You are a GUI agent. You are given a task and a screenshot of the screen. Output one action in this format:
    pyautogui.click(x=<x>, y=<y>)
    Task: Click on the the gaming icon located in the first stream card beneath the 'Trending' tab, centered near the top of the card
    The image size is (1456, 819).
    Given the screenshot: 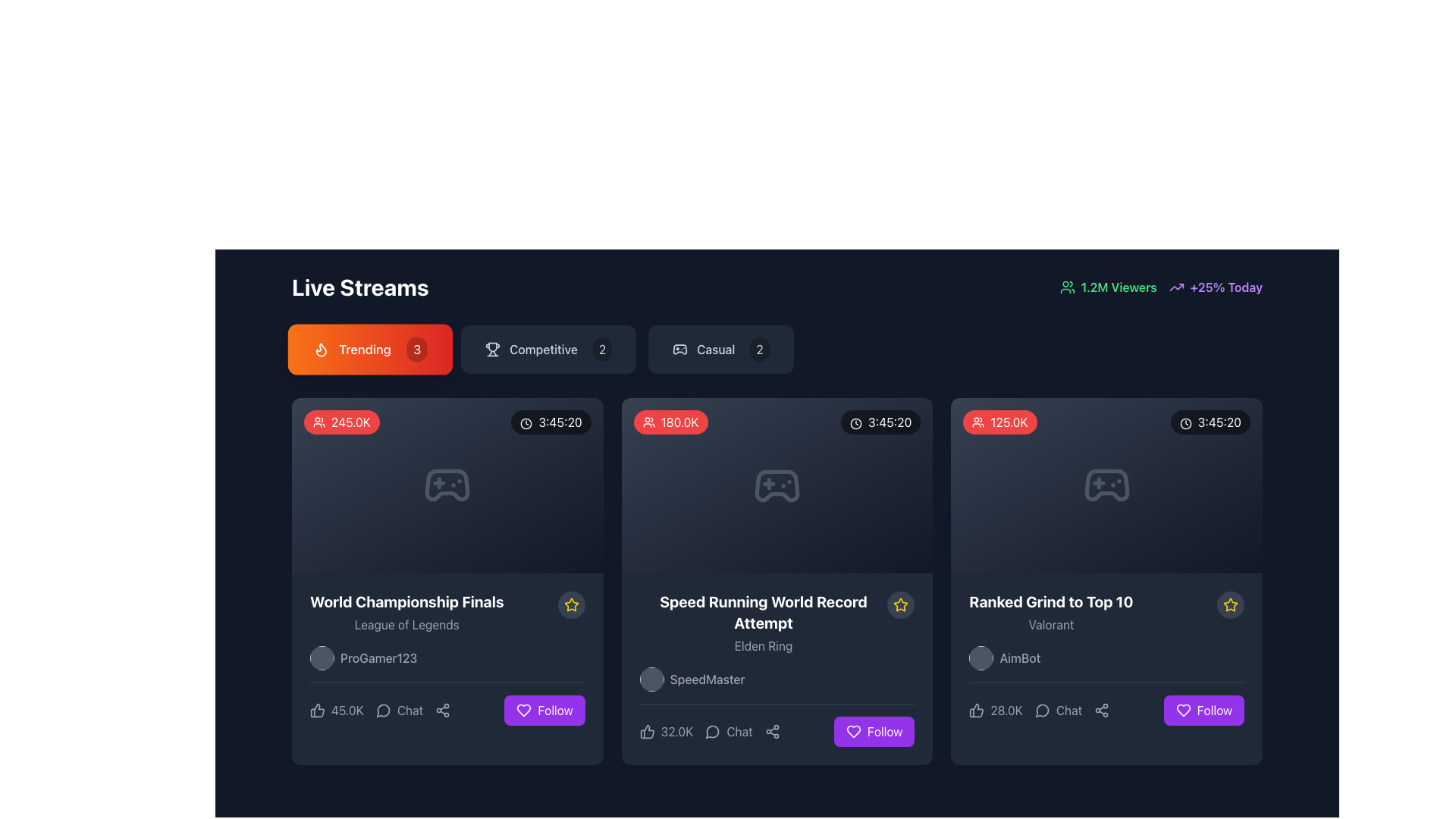 What is the action you would take?
    pyautogui.click(x=447, y=485)
    